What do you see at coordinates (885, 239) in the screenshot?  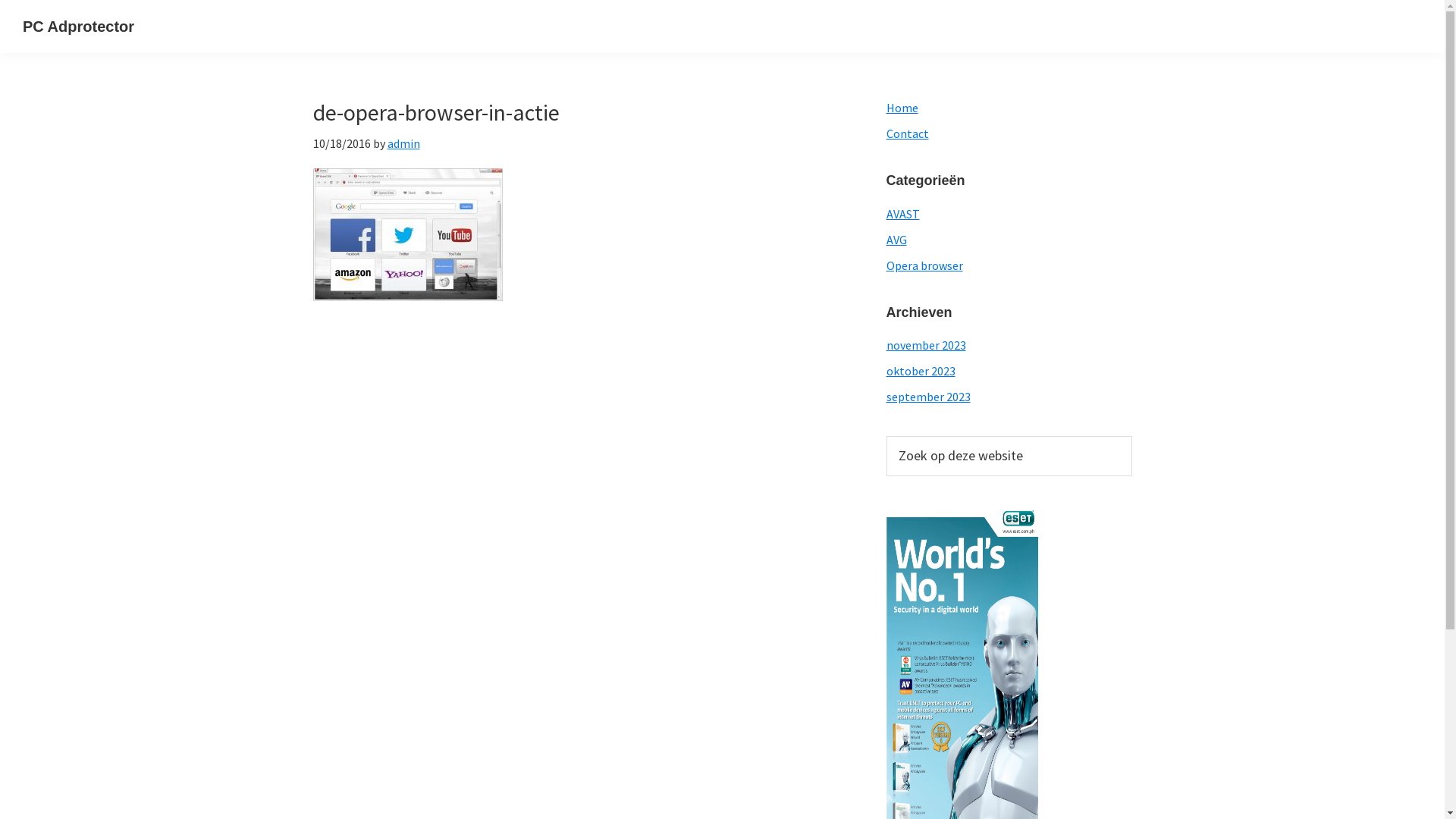 I see `'AVG'` at bounding box center [885, 239].